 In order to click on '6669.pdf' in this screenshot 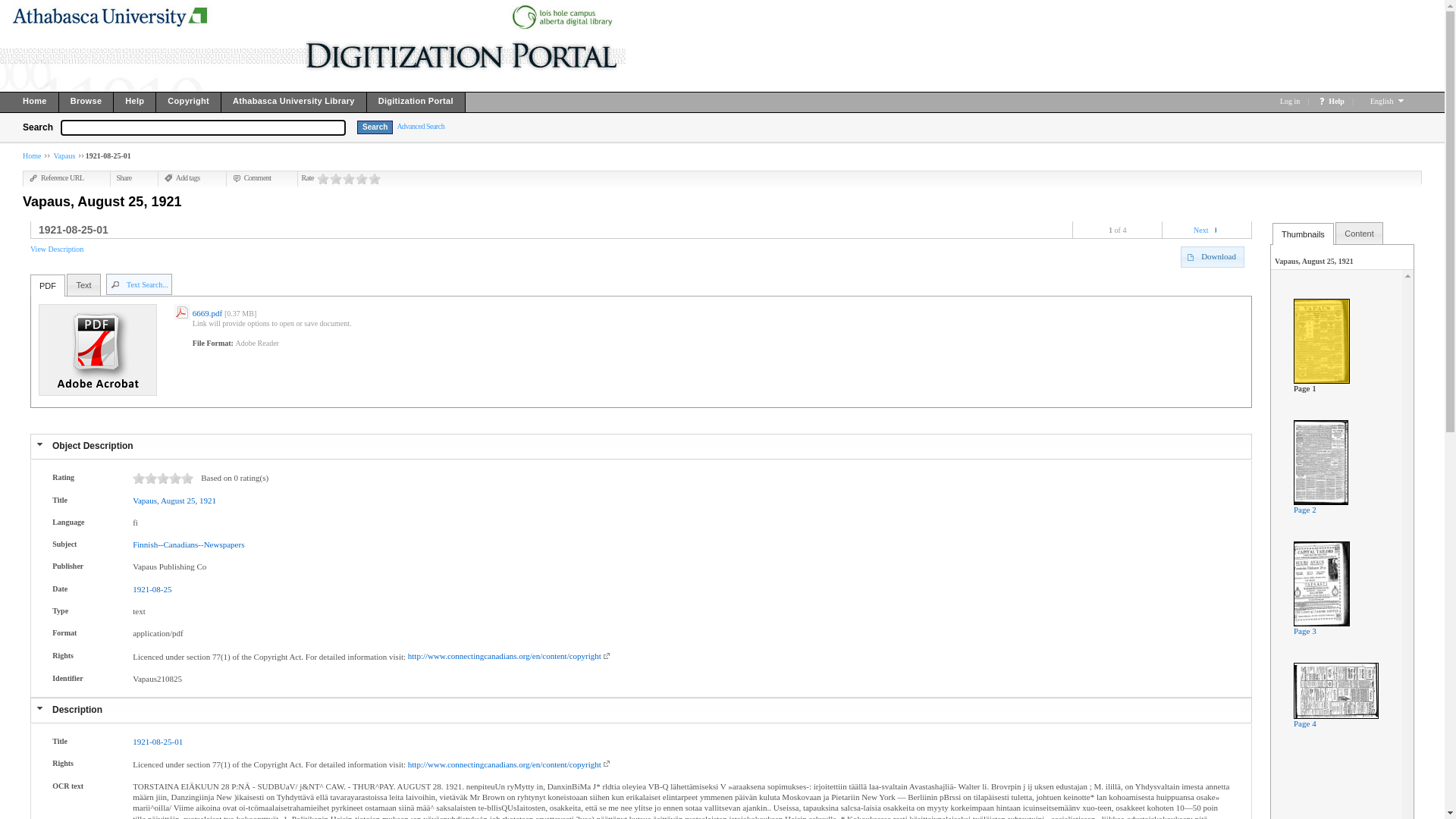, I will do `click(192, 312)`.